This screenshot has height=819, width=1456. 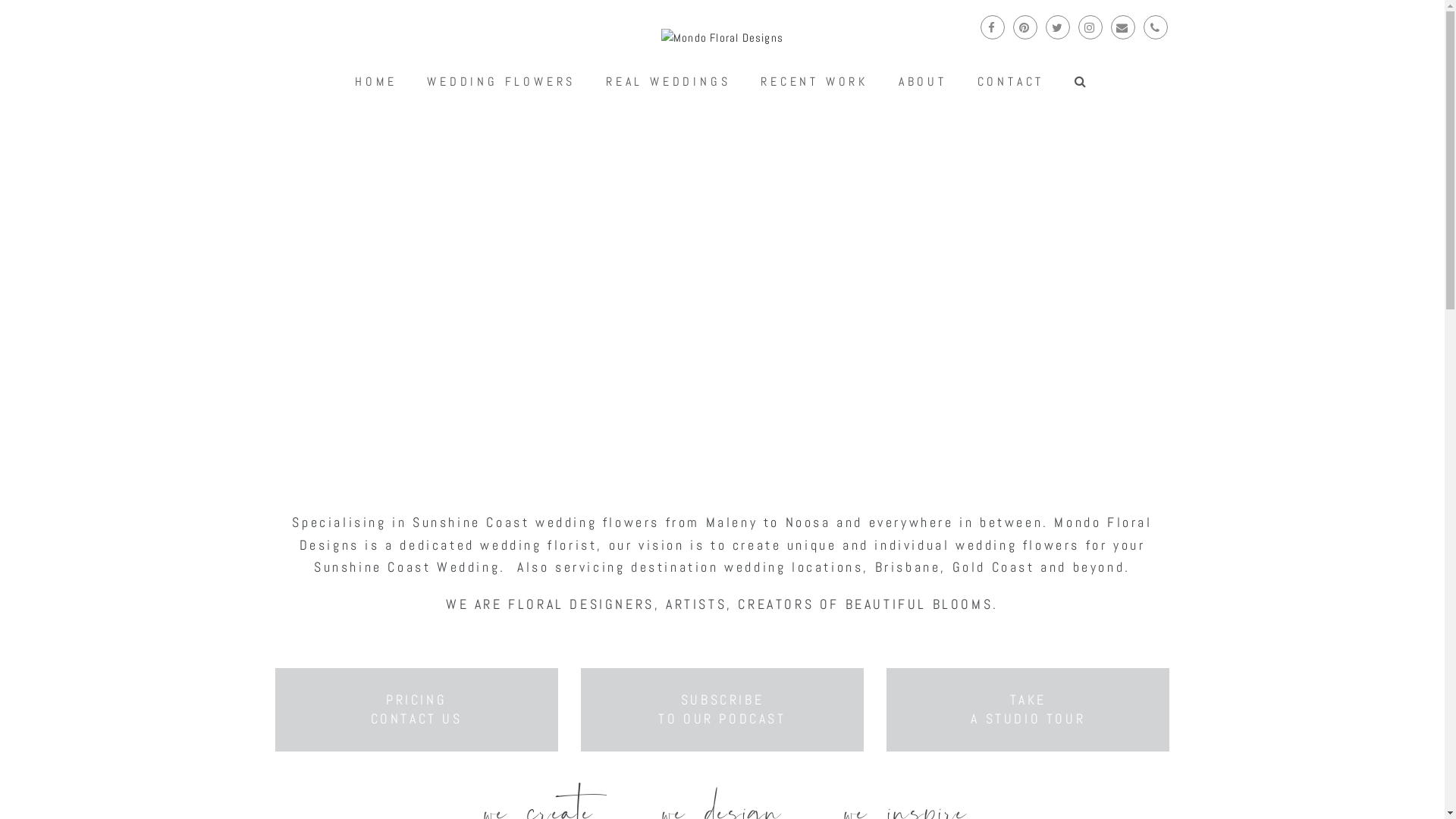 I want to click on 'REAL WEDDINGS', so click(x=591, y=82).